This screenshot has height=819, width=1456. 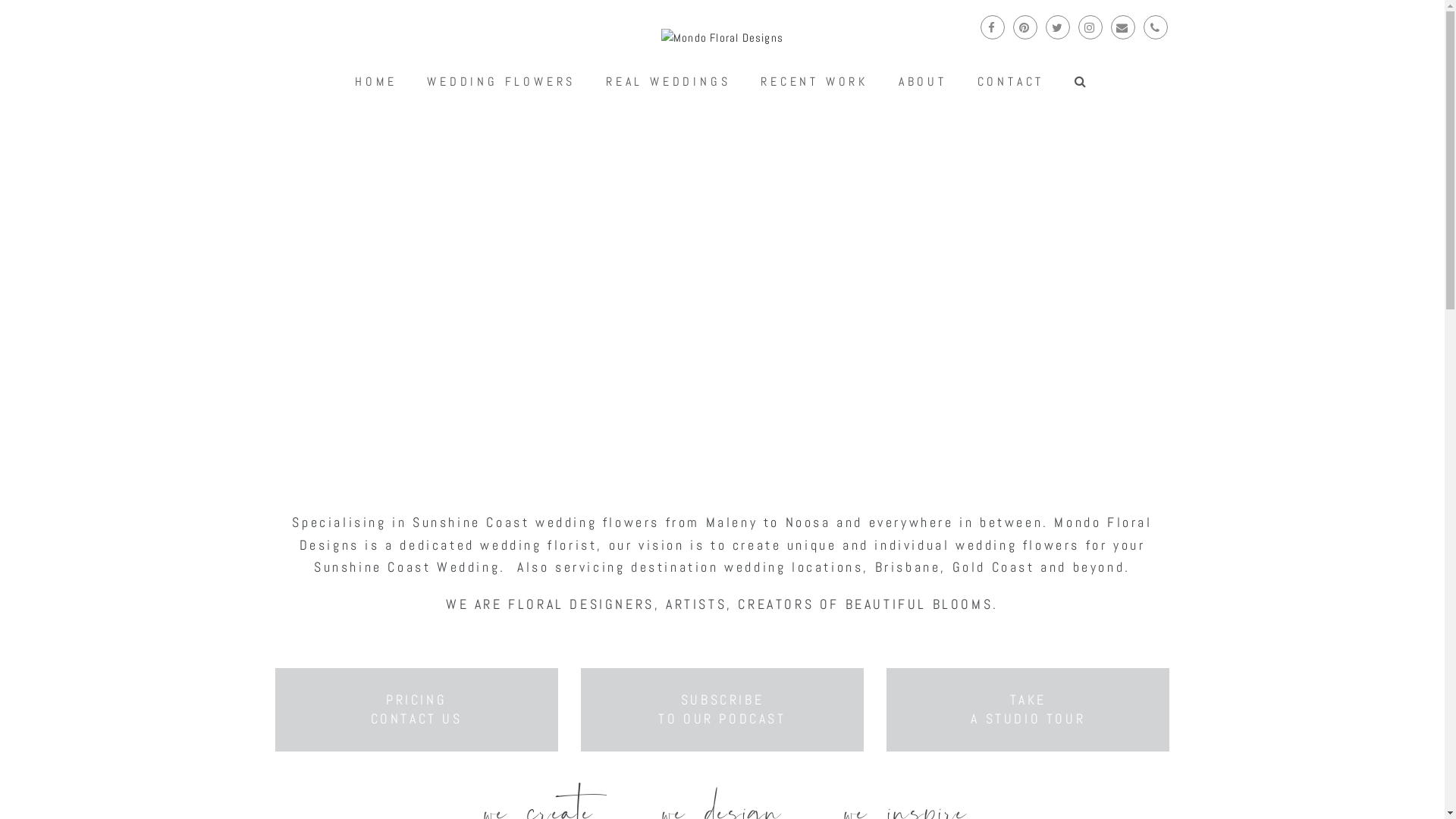 I want to click on 'REAL WEDDINGS', so click(x=591, y=82).